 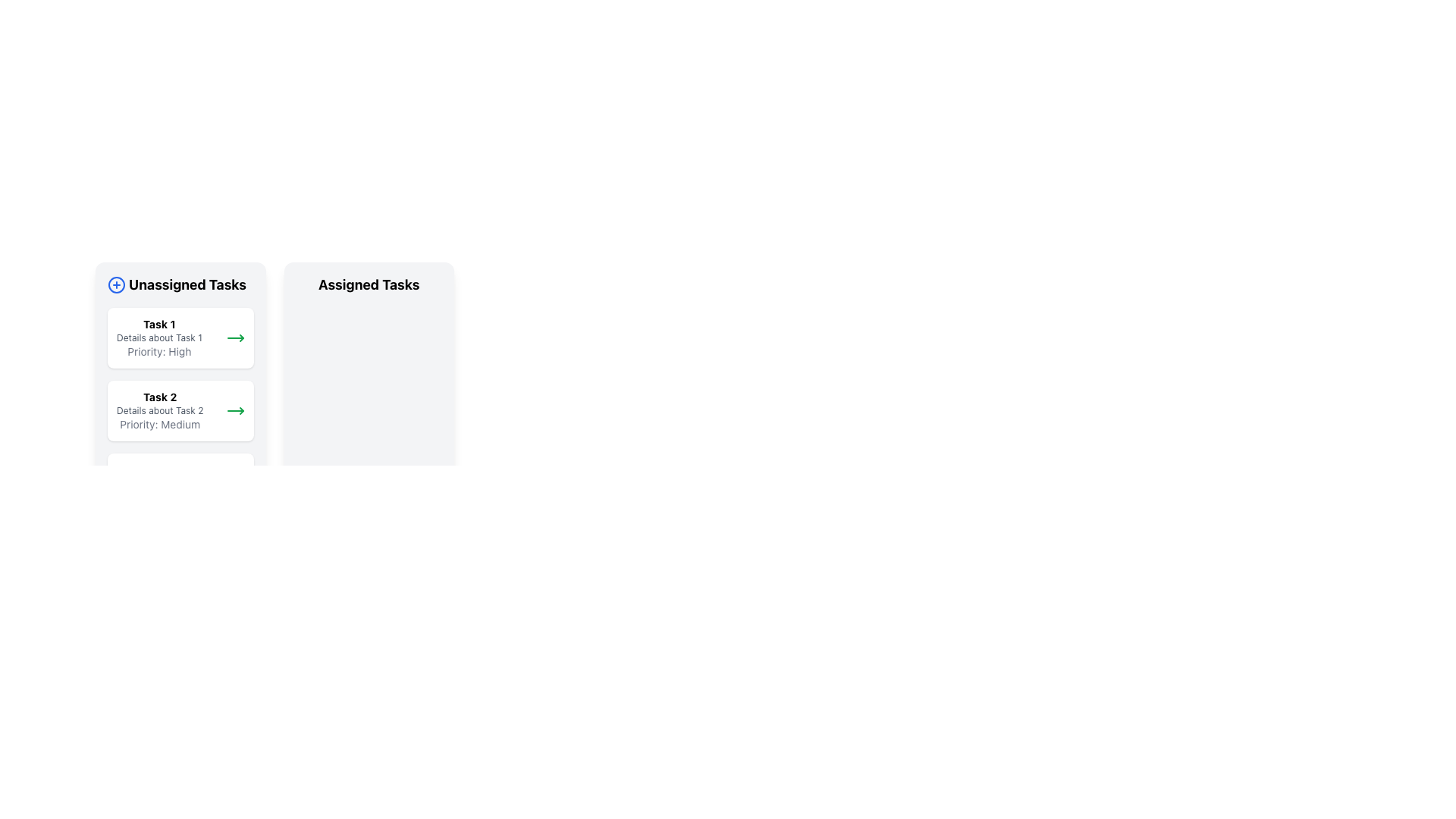 I want to click on heading text for the task card labeled 'Task 2', which serves as the title of the task in the left column of 'Unassigned Tasks', so click(x=160, y=397).